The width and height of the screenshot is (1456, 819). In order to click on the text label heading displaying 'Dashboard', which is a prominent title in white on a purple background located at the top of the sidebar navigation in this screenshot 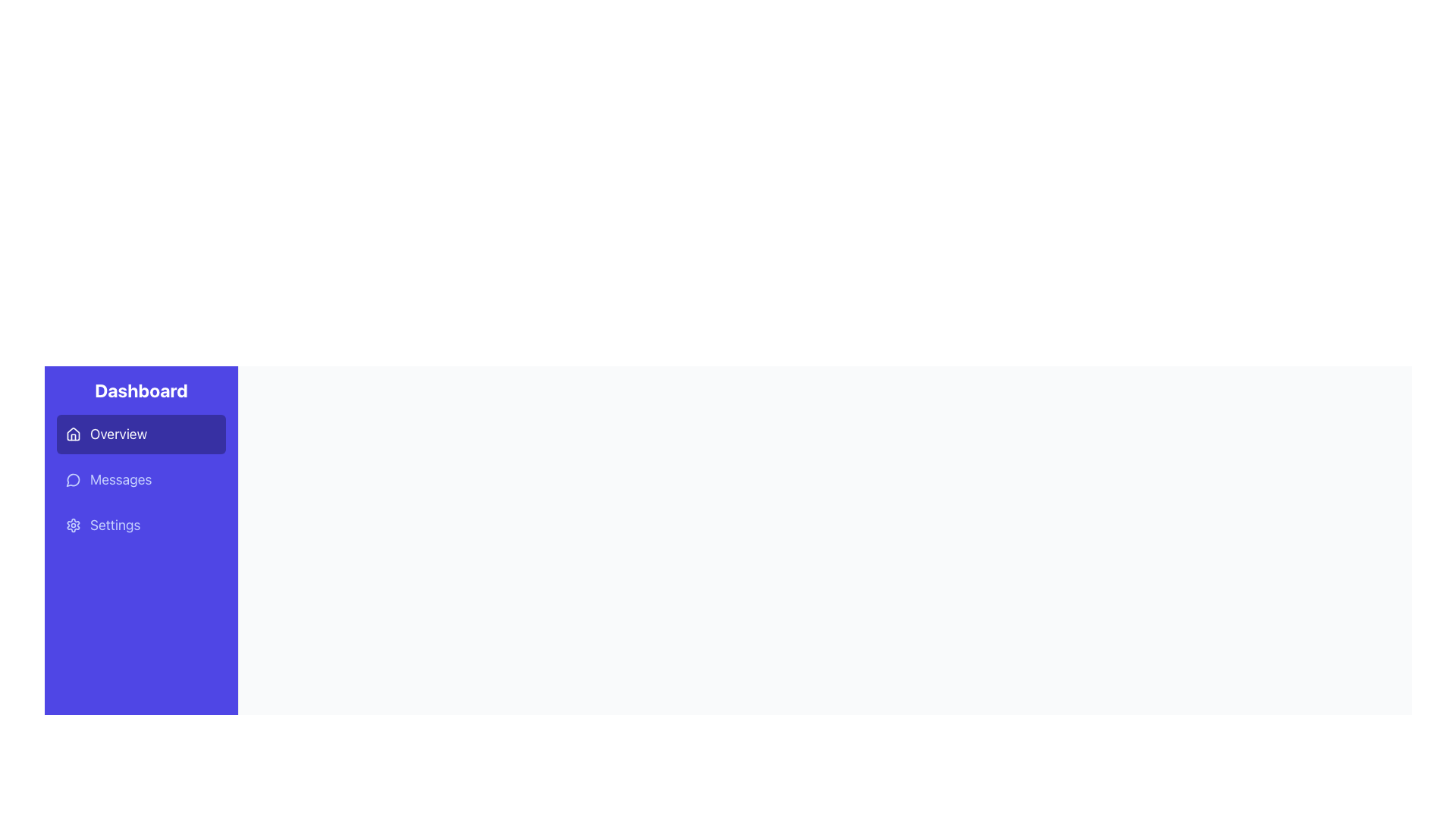, I will do `click(141, 390)`.